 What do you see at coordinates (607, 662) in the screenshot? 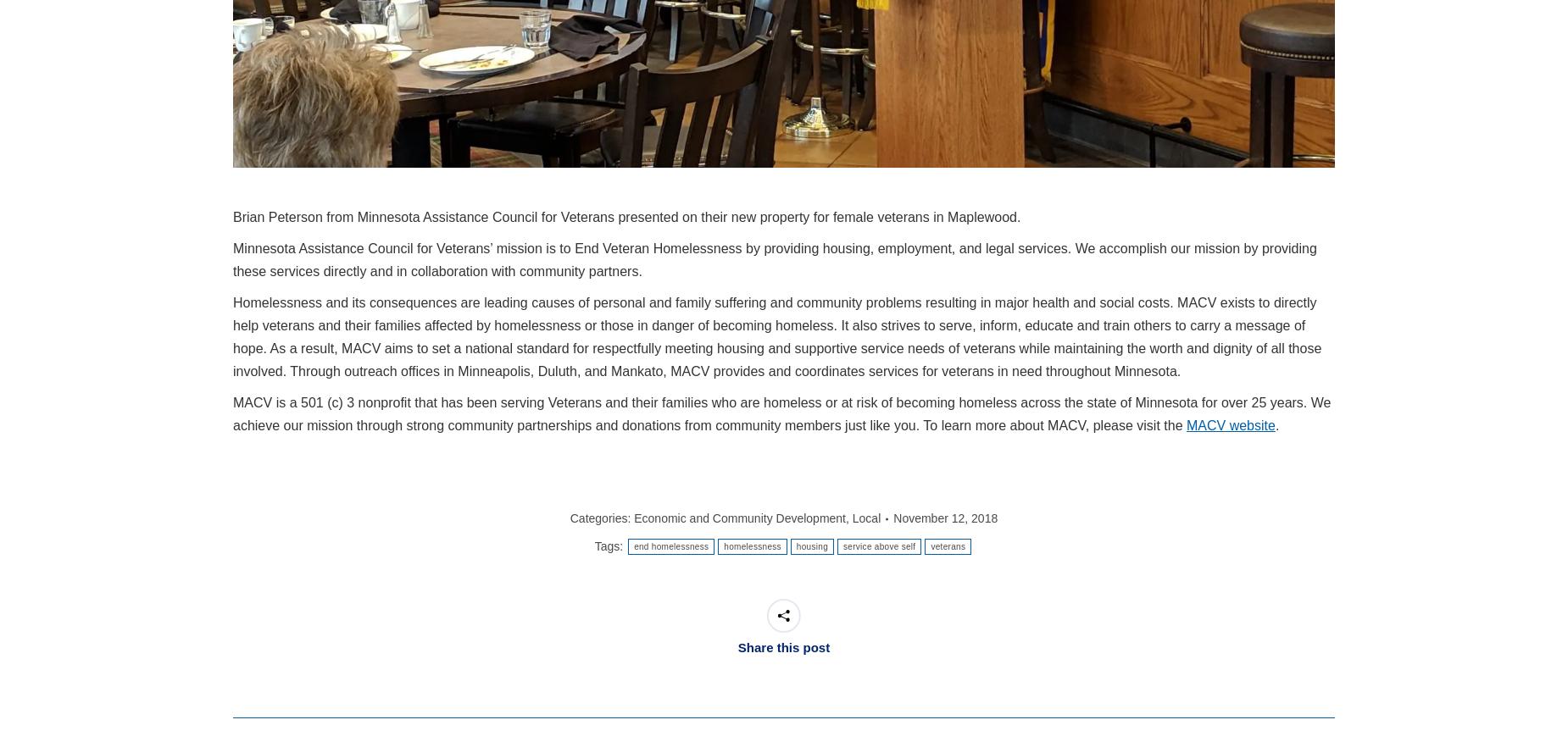
I see `'MEETING LOCATION:'` at bounding box center [607, 662].